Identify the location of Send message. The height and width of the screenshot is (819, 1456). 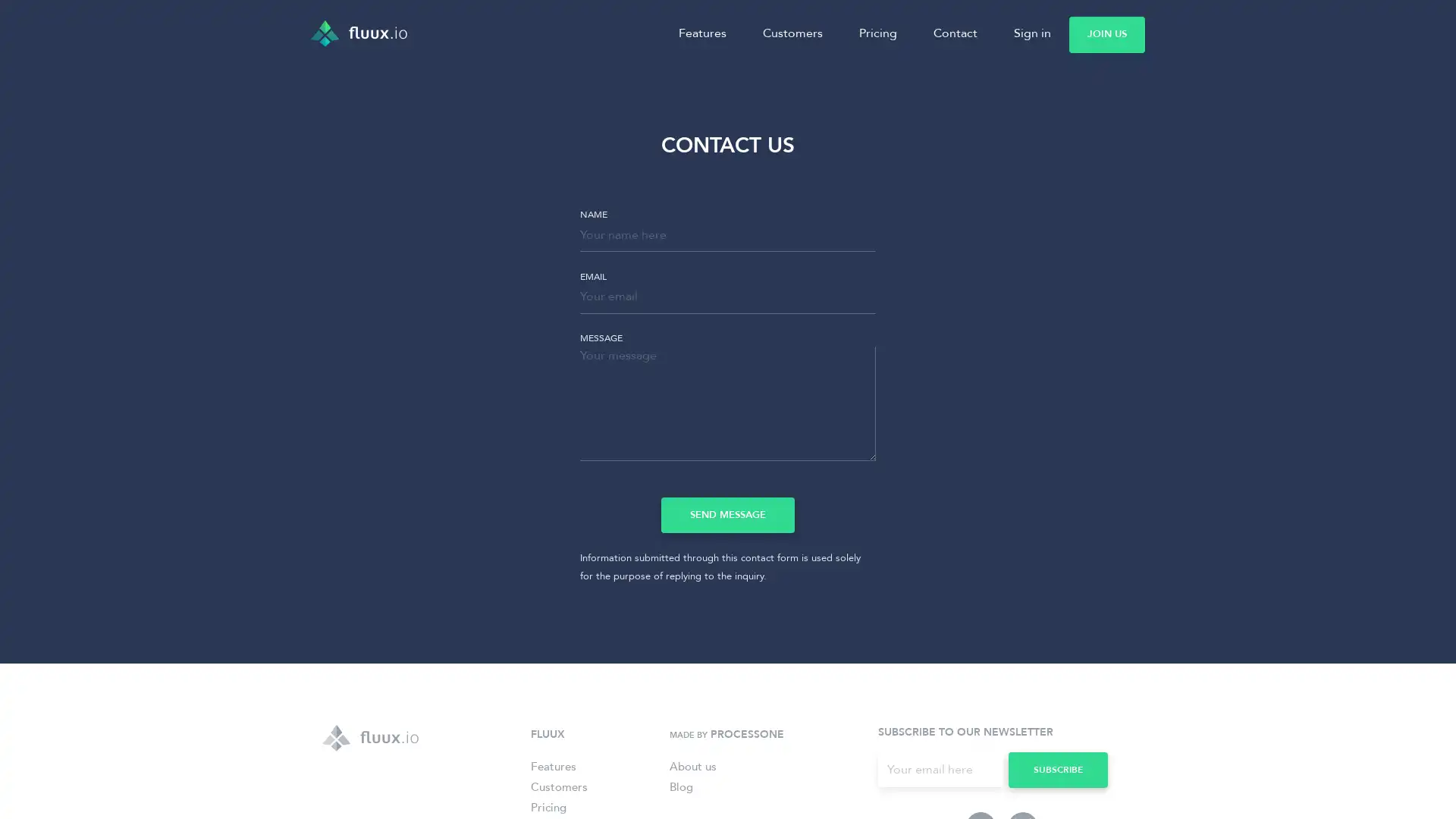
(728, 513).